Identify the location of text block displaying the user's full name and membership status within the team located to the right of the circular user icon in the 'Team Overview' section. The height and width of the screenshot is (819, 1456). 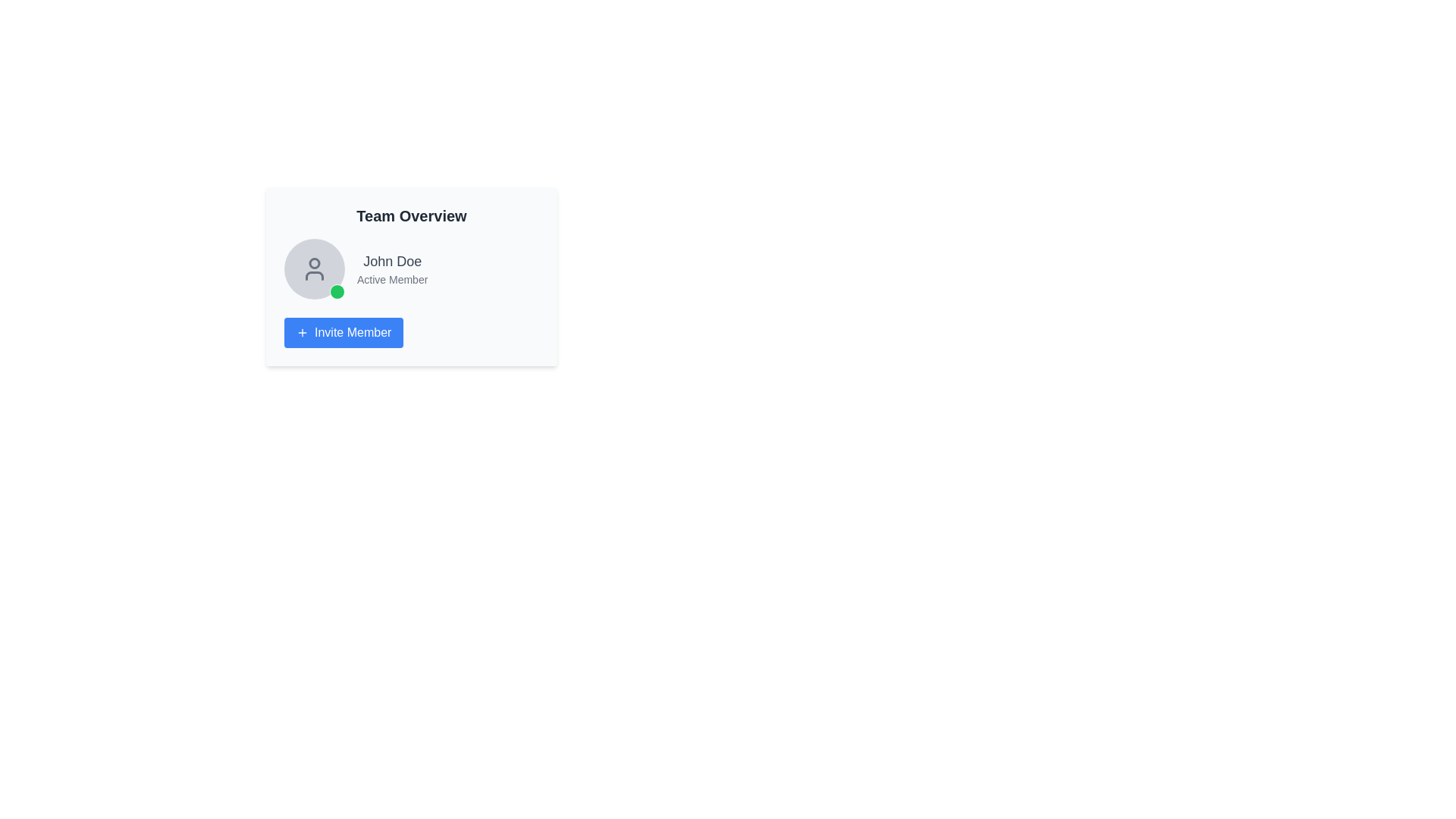
(392, 268).